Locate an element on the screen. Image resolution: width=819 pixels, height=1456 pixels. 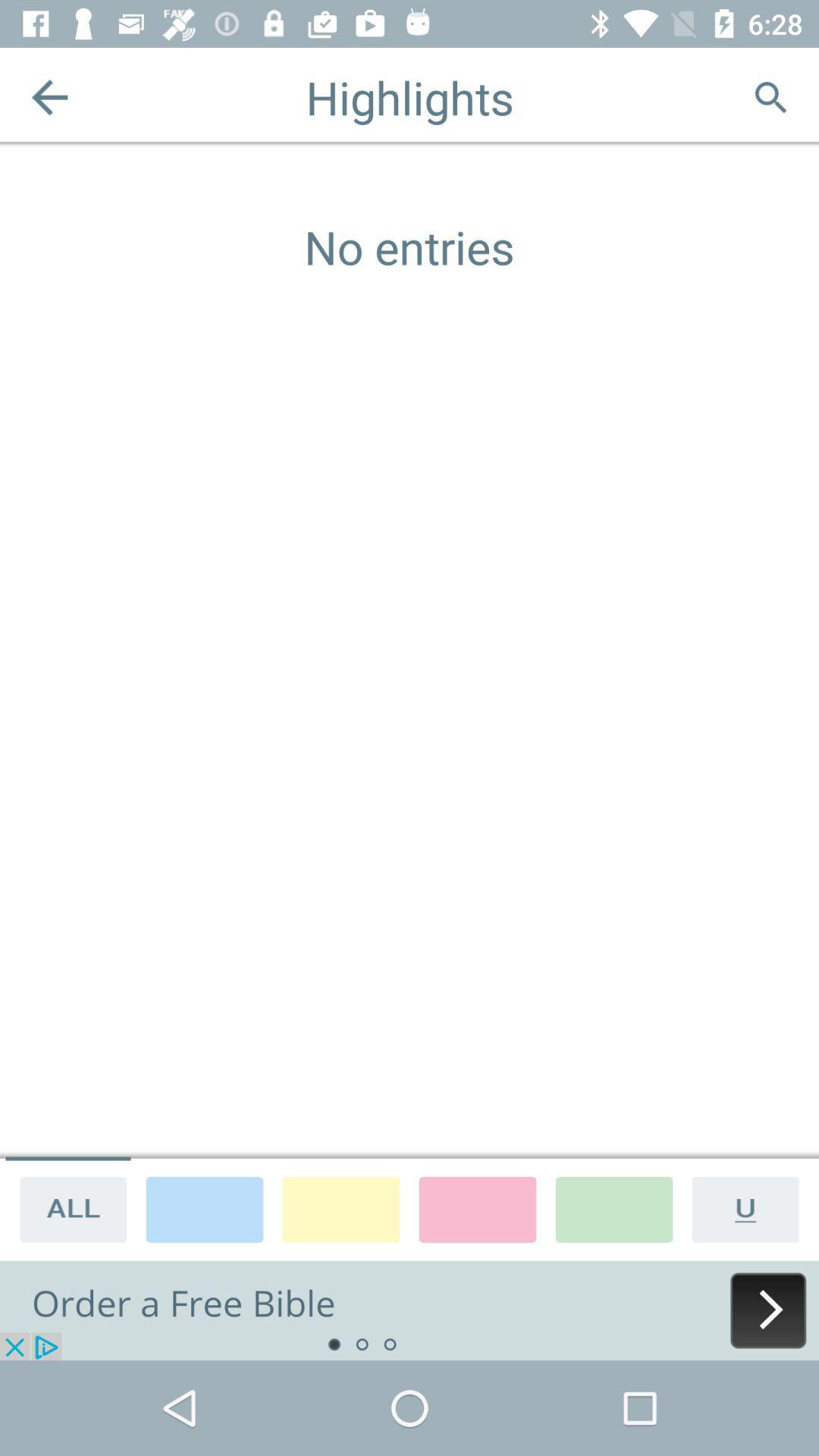
color icons is located at coordinates (205, 1208).